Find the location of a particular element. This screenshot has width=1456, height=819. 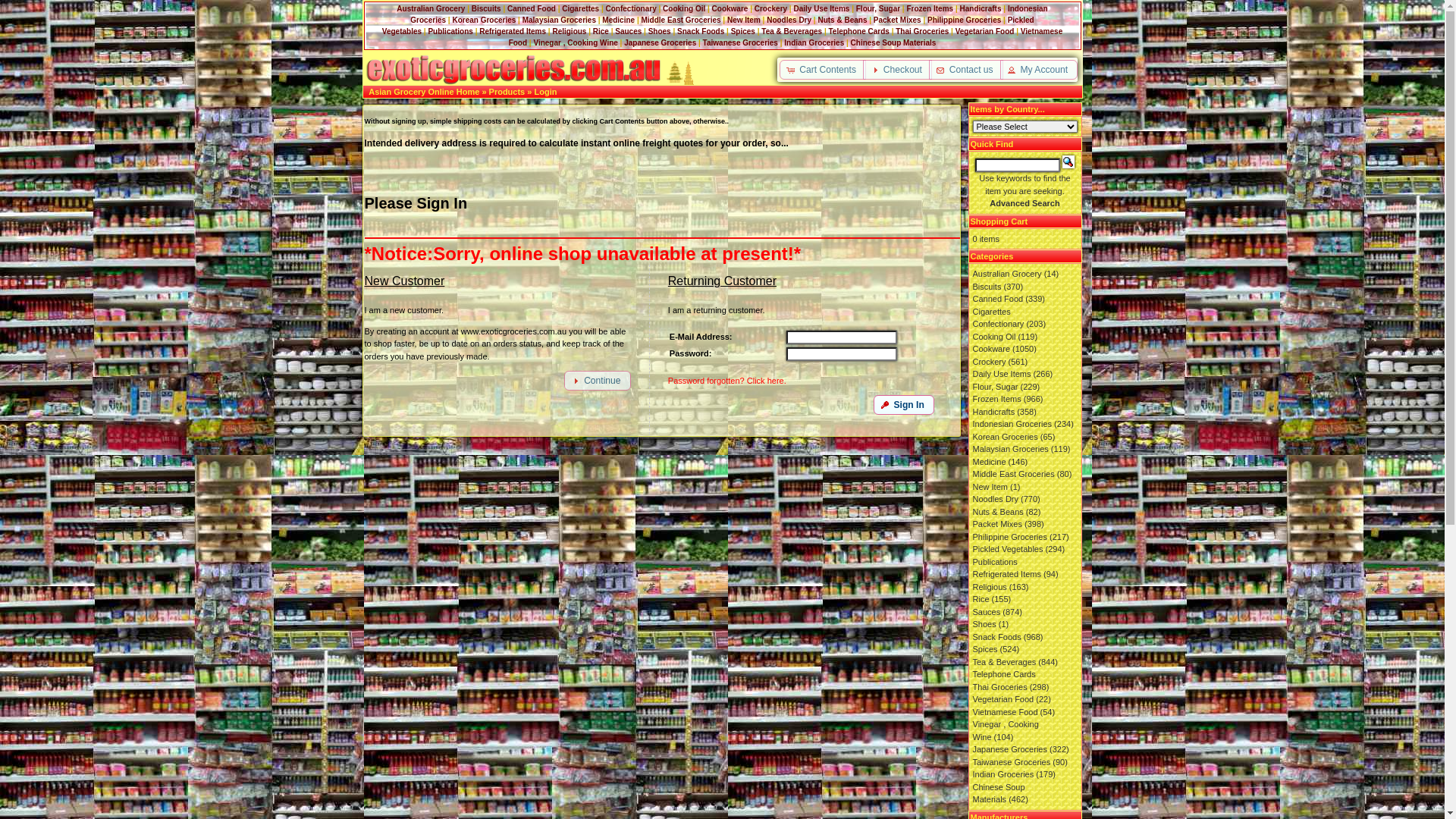

'Packet Mixes' is located at coordinates (874, 20).